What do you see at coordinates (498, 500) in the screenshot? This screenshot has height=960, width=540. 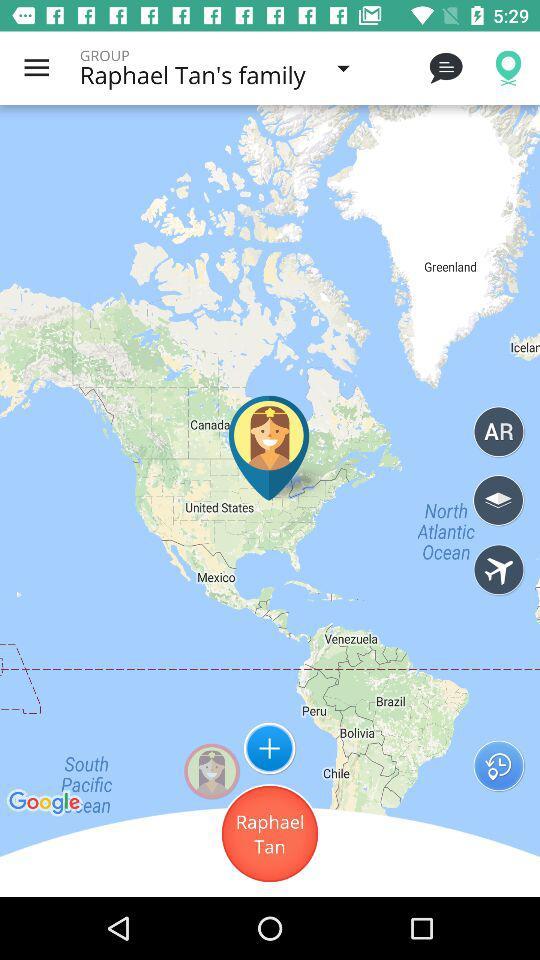 I see `the middle button at middle right` at bounding box center [498, 500].